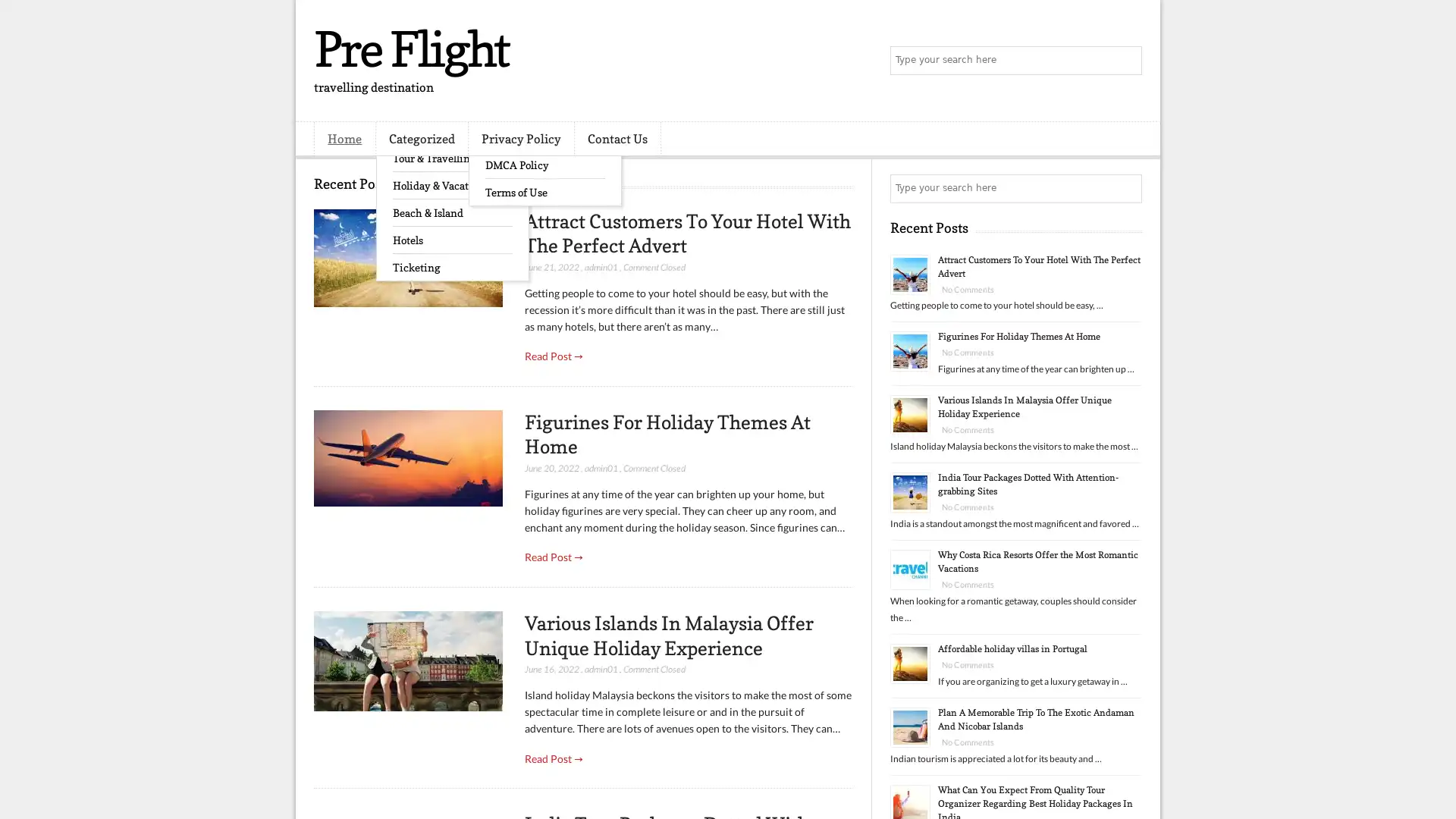 This screenshot has height=819, width=1456. Describe the element at coordinates (1126, 188) in the screenshot. I see `Search` at that location.